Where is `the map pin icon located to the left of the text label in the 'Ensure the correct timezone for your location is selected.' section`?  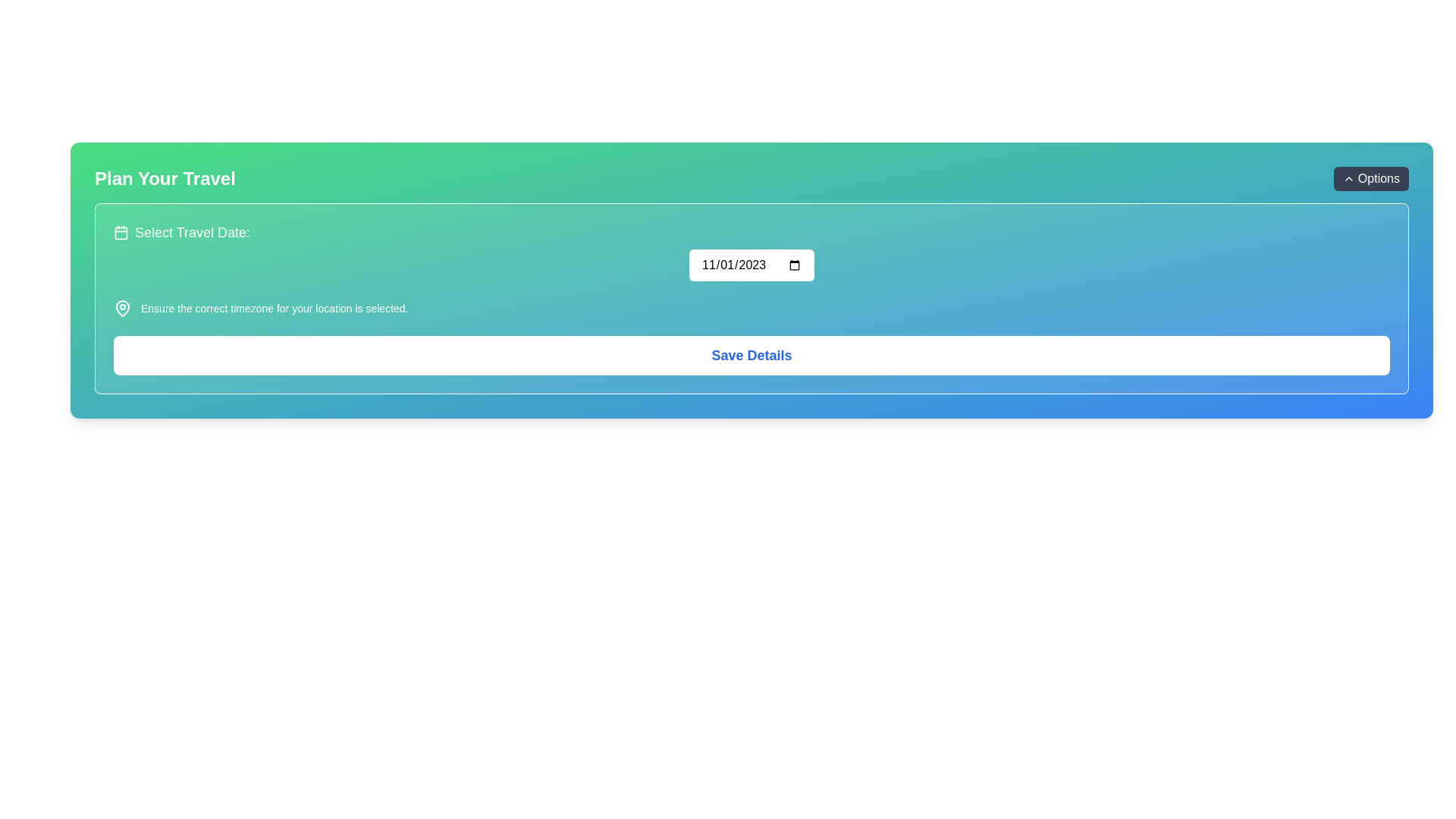 the map pin icon located to the left of the text label in the 'Ensure the correct timezone for your location is selected.' section is located at coordinates (123, 308).